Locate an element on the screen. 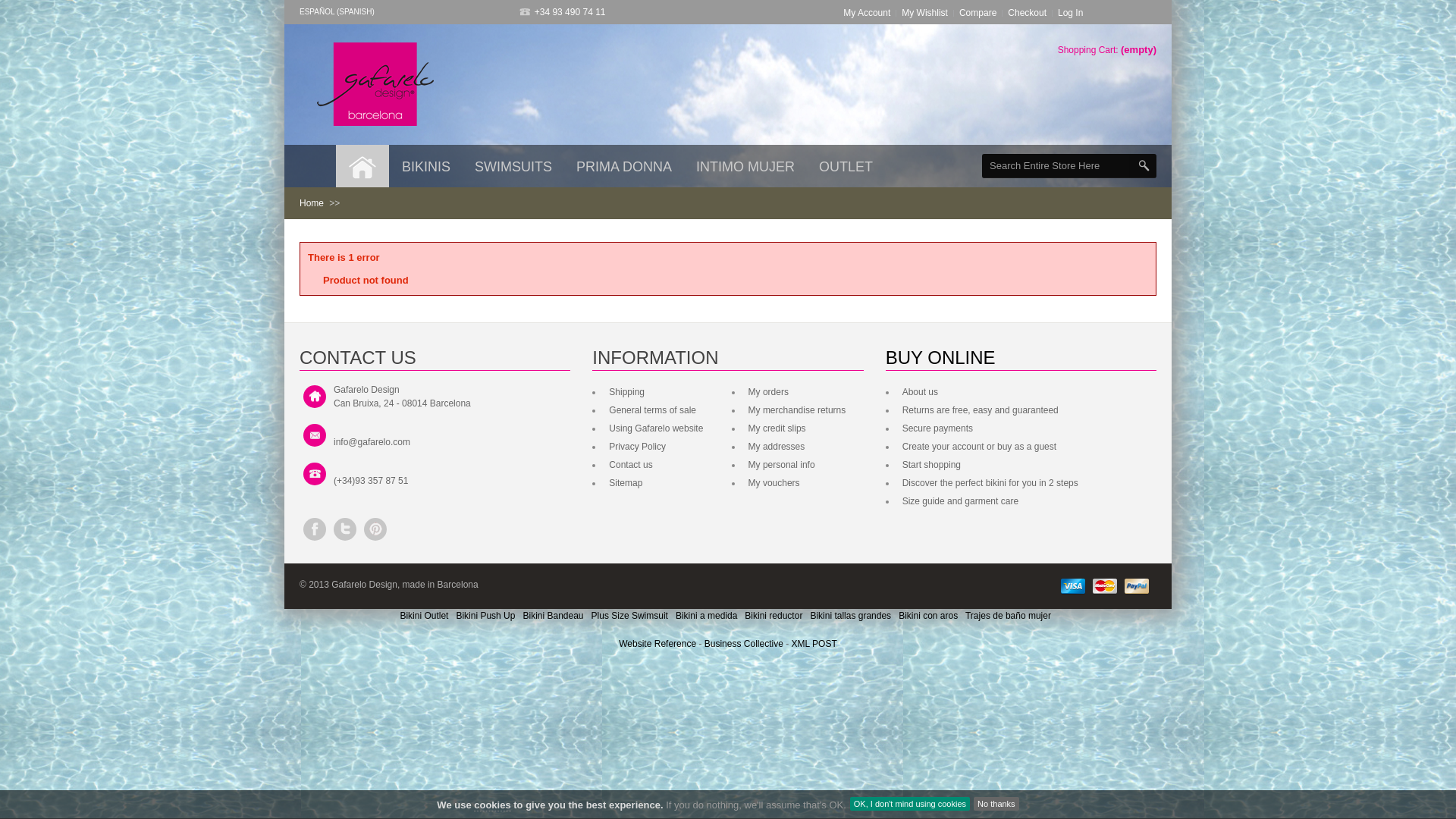 The width and height of the screenshot is (1456, 819). 'Checkout' is located at coordinates (1027, 12).